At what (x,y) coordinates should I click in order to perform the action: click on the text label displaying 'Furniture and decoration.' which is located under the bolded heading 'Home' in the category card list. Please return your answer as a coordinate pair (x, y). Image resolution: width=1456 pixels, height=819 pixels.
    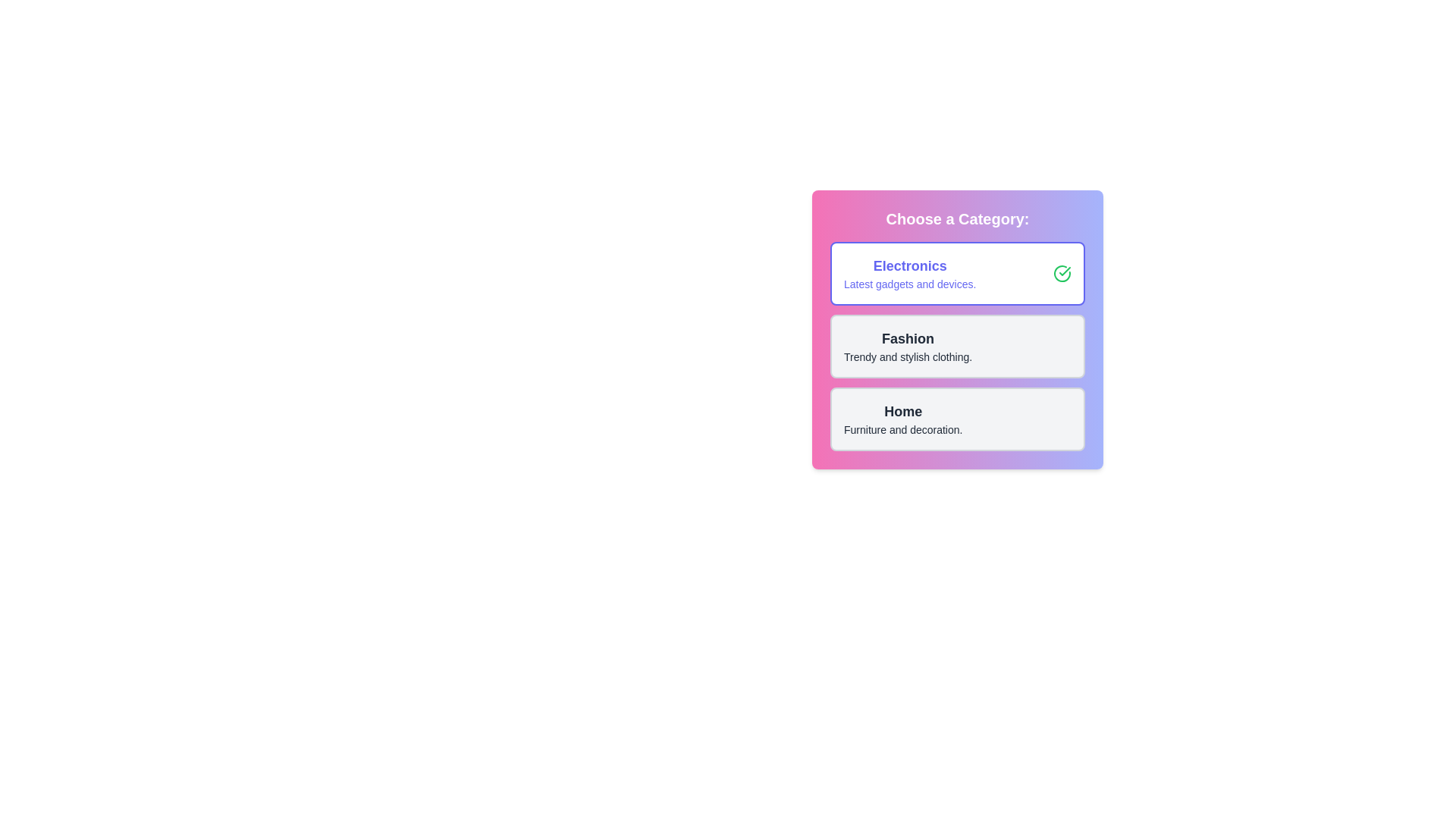
    Looking at the image, I should click on (903, 430).